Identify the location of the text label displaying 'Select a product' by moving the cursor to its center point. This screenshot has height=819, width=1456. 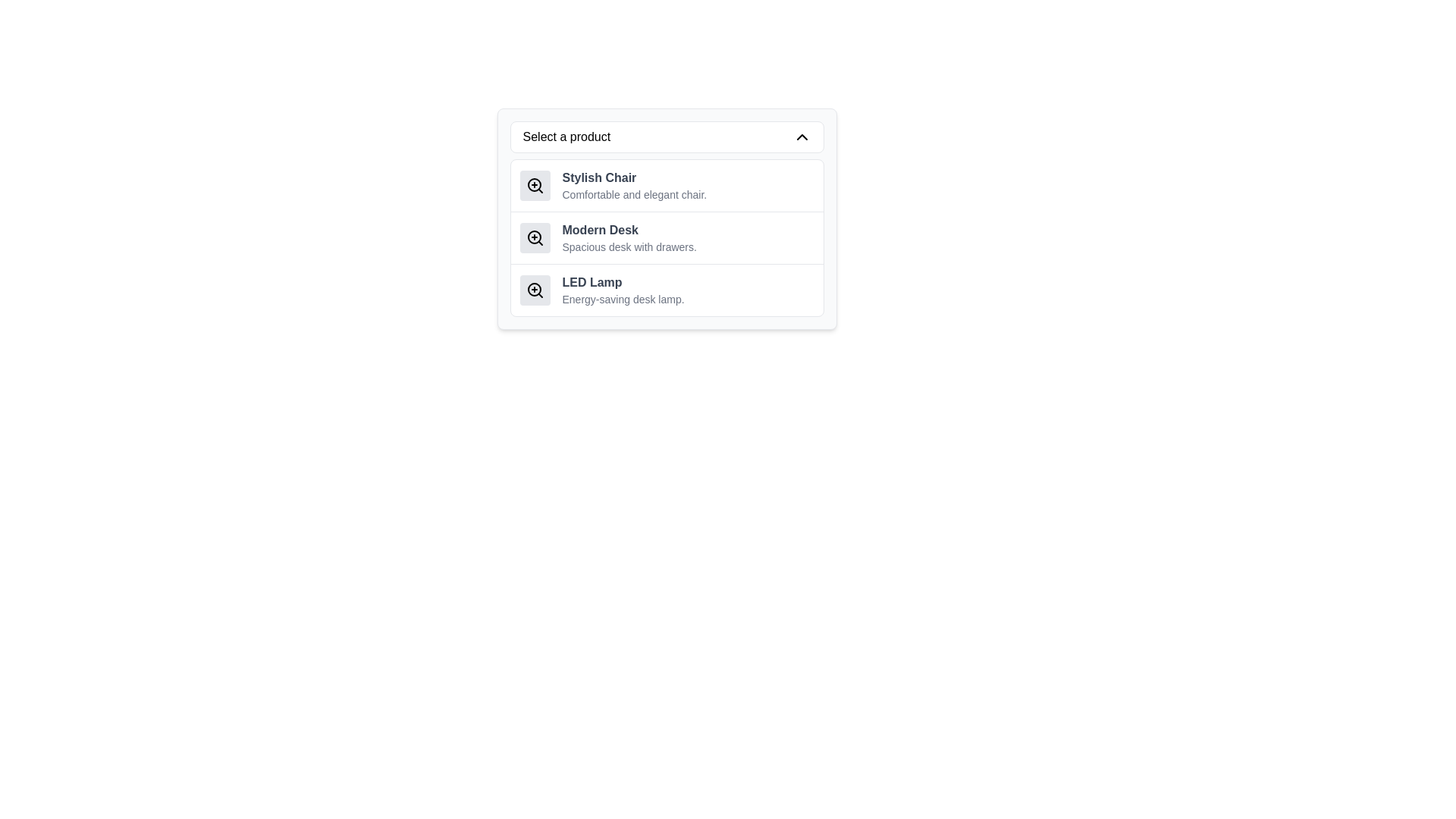
(566, 137).